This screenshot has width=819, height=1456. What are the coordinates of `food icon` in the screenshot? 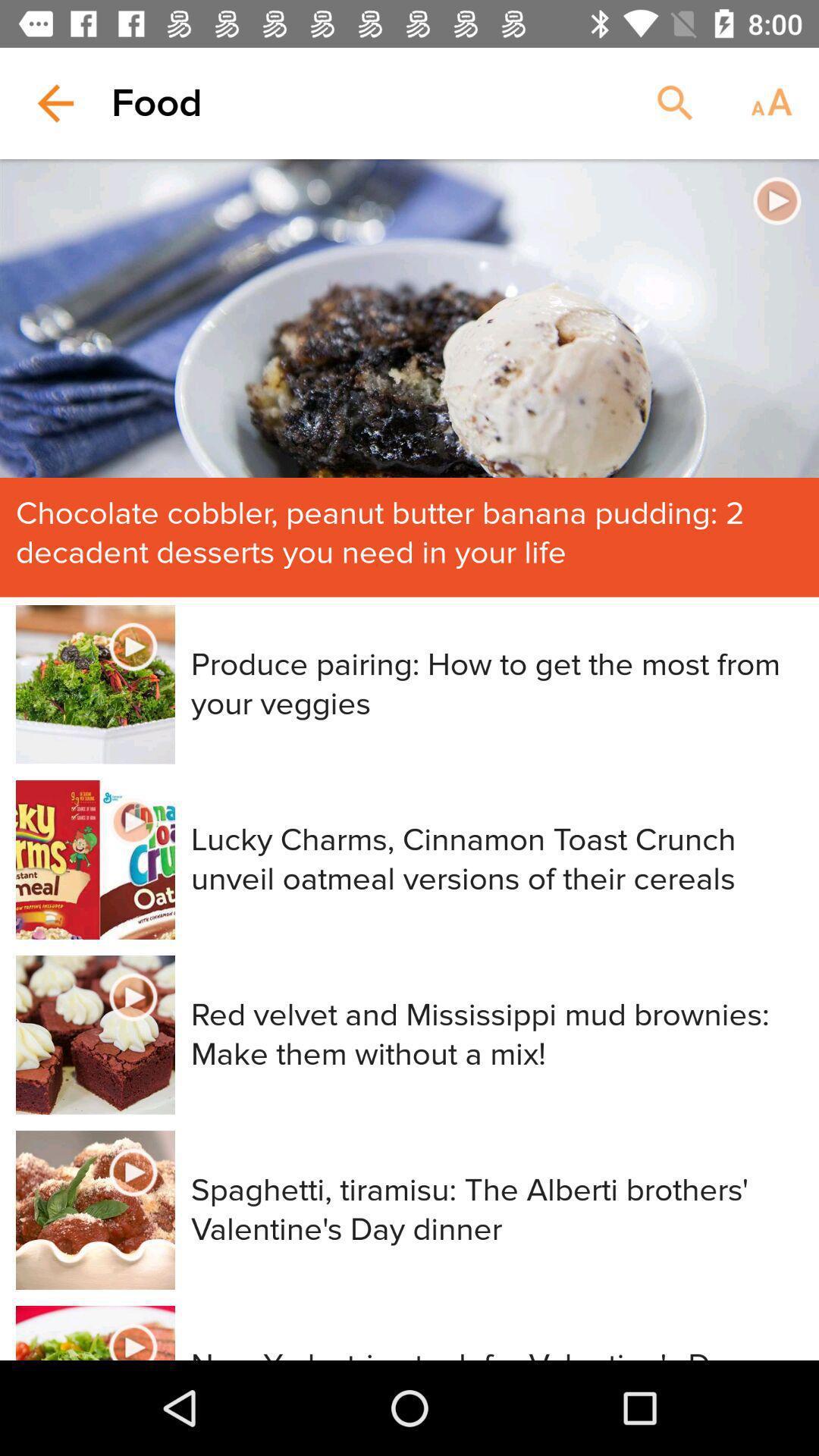 It's located at (157, 102).